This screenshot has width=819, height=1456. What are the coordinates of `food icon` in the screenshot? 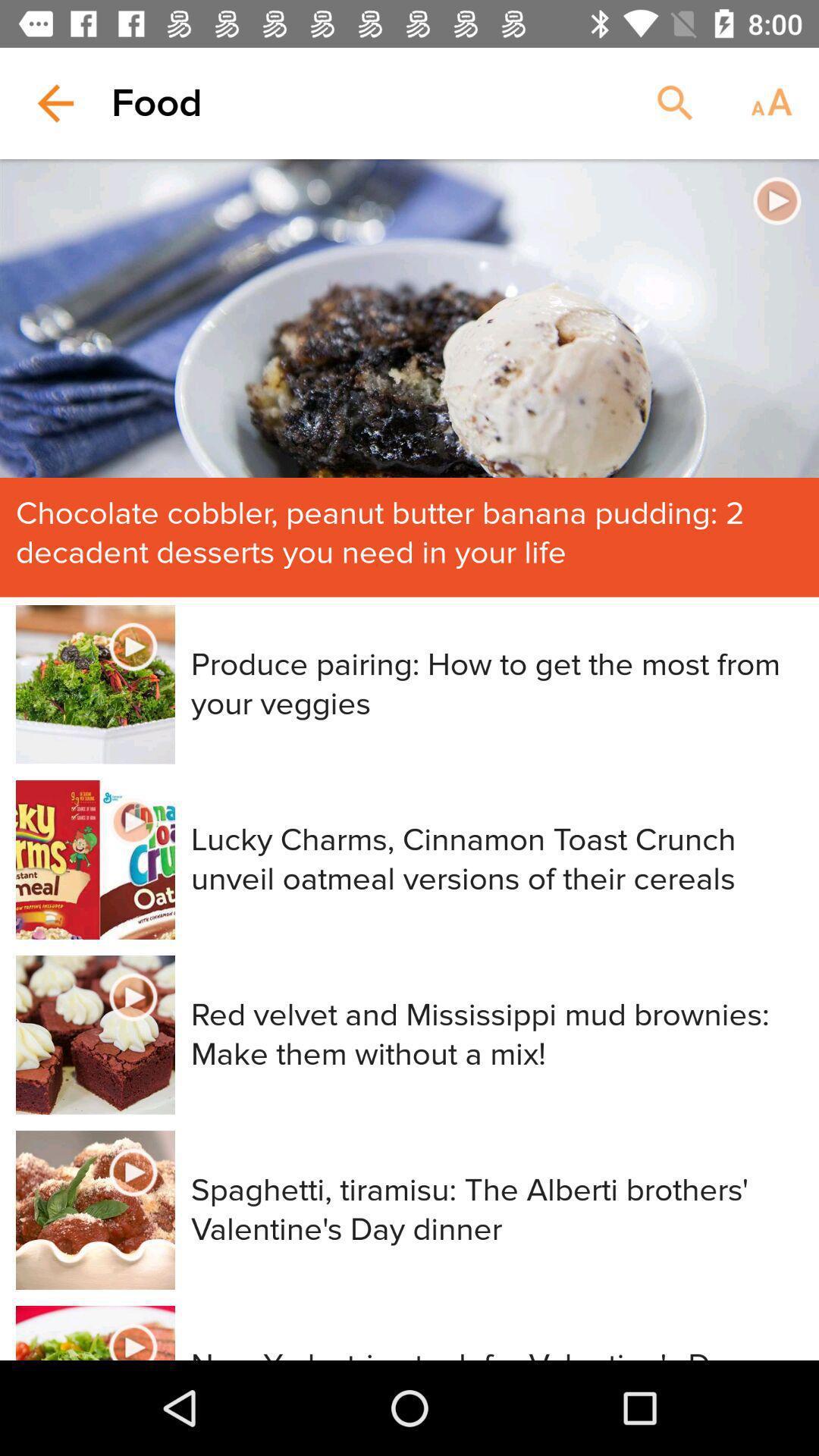 It's located at (157, 102).